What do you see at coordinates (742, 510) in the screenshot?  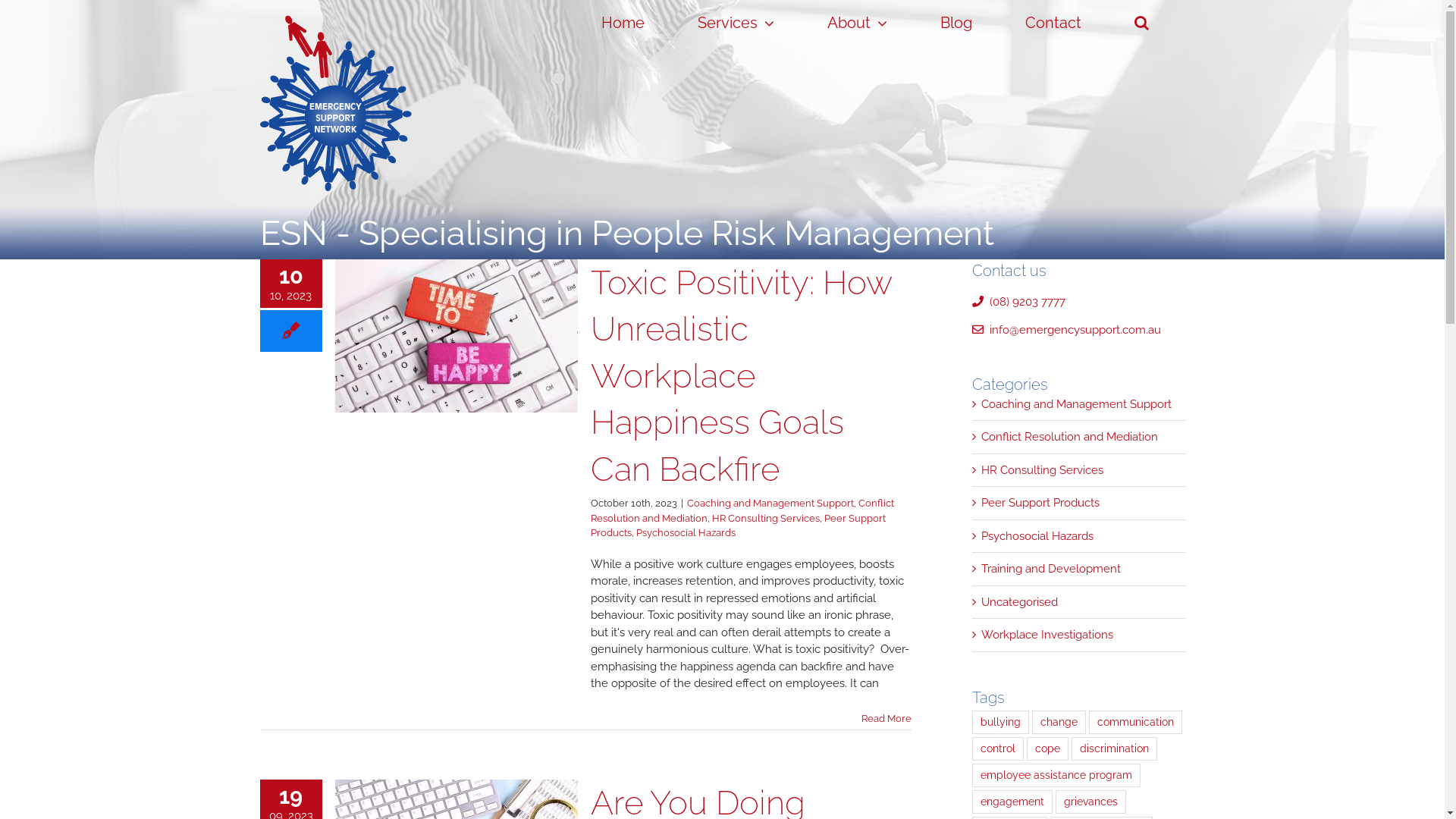 I see `'Conflict Resolution and Mediation'` at bounding box center [742, 510].